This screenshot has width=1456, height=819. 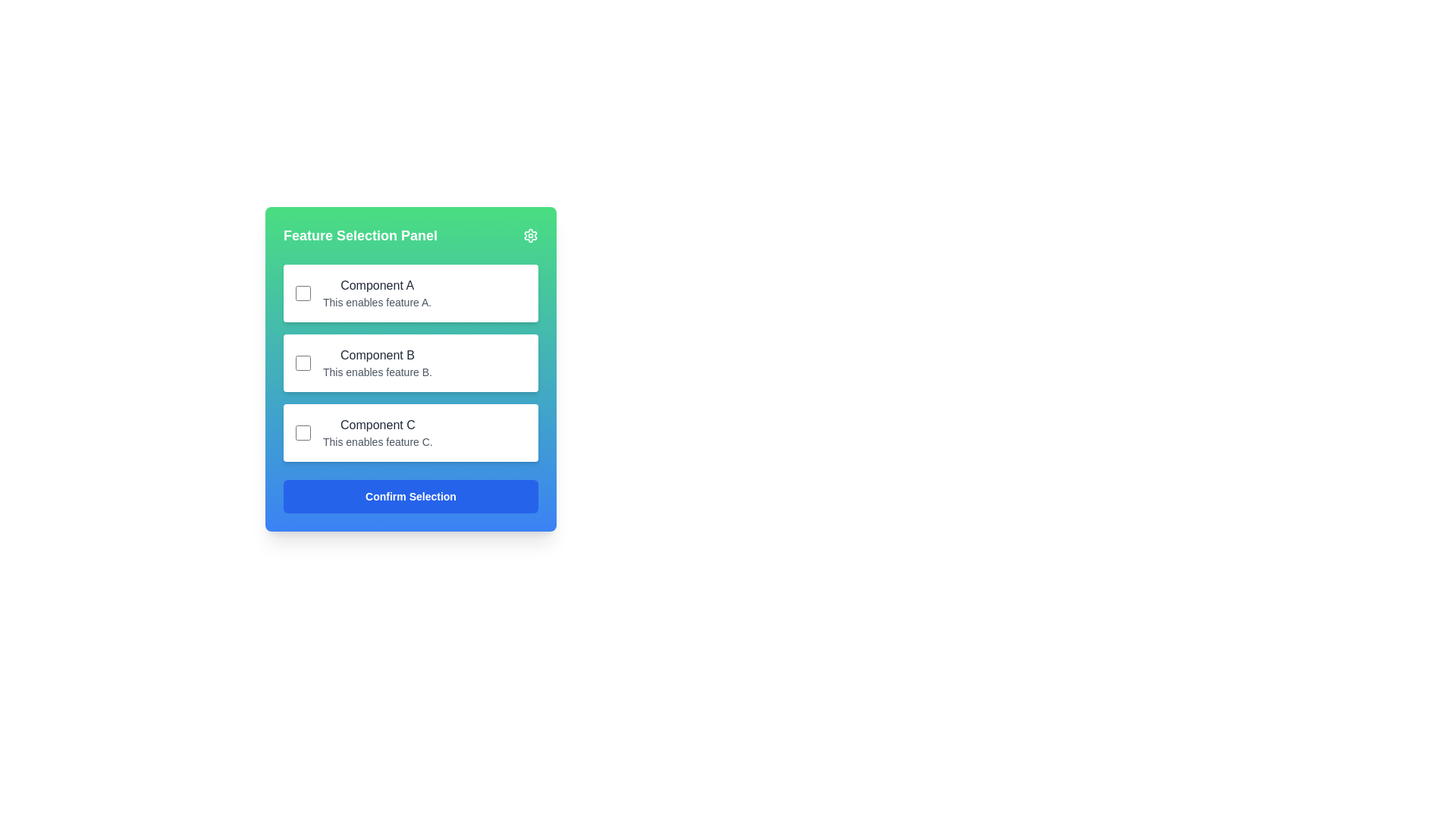 What do you see at coordinates (378, 432) in the screenshot?
I see `the text label displaying 'Component C' which provides information about feature C in the Feature Selection Panel` at bounding box center [378, 432].